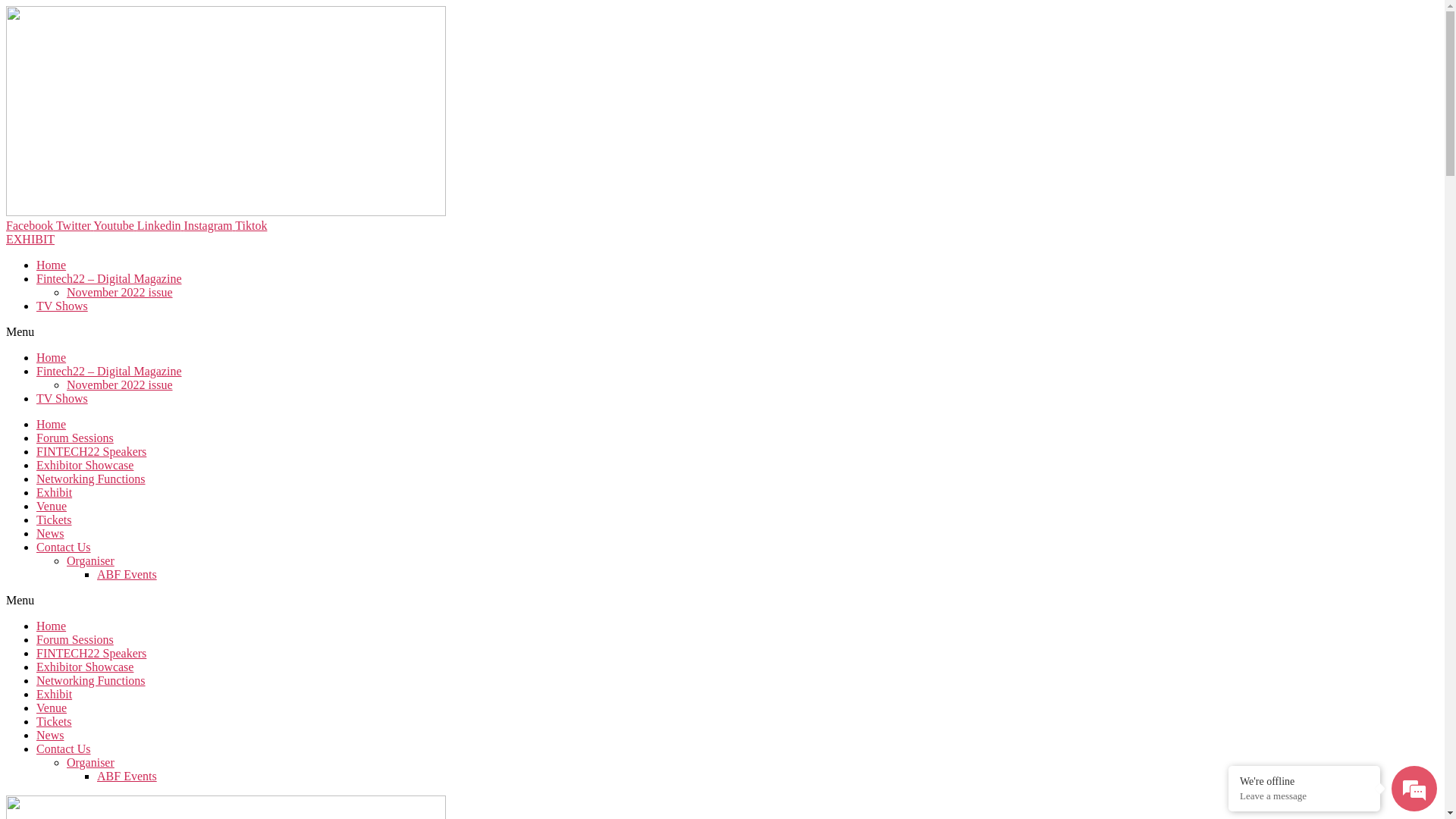 The image size is (1456, 819). What do you see at coordinates (51, 506) in the screenshot?
I see `'Venue'` at bounding box center [51, 506].